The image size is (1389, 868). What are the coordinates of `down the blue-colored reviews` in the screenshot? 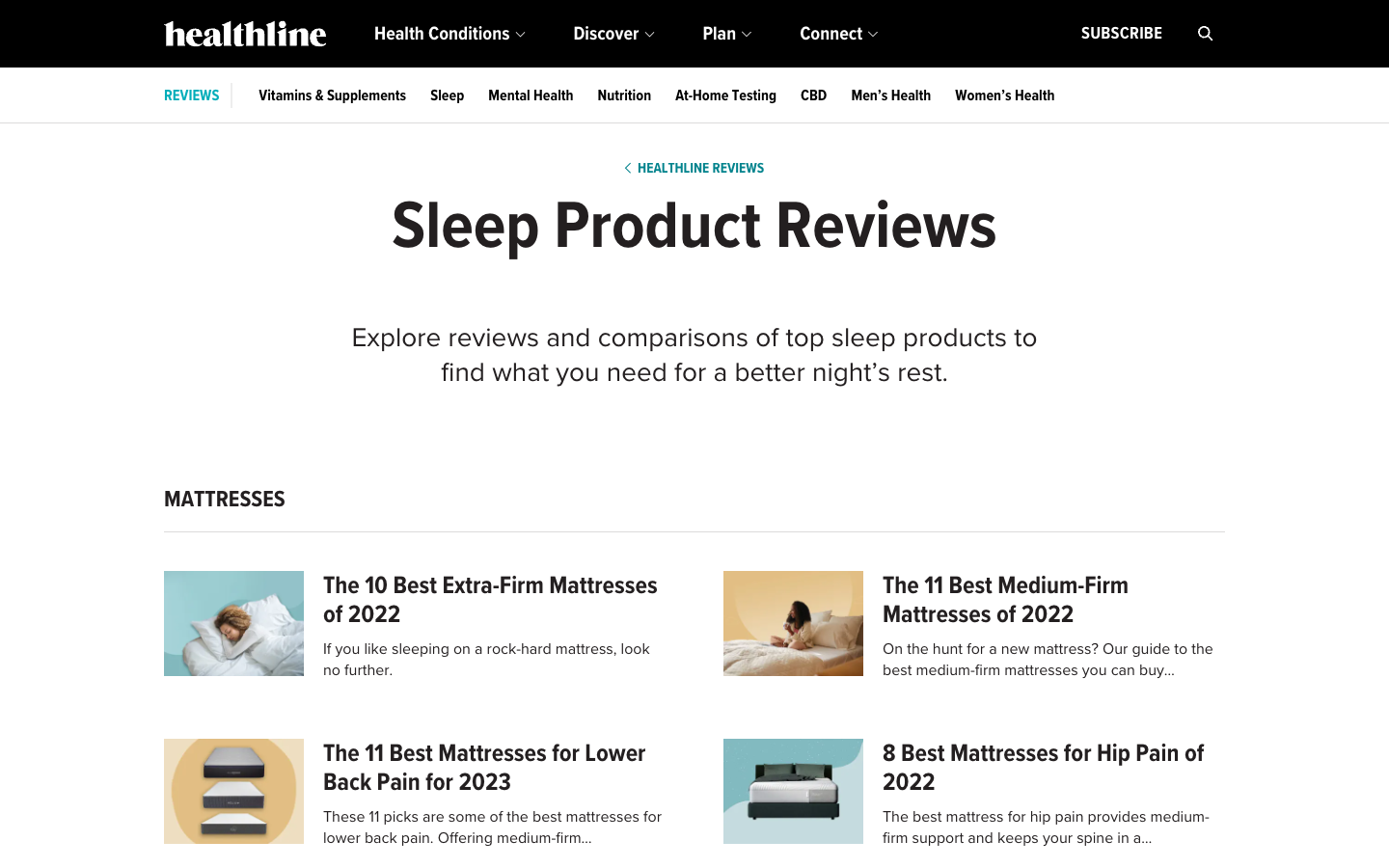 It's located at (191, 95).